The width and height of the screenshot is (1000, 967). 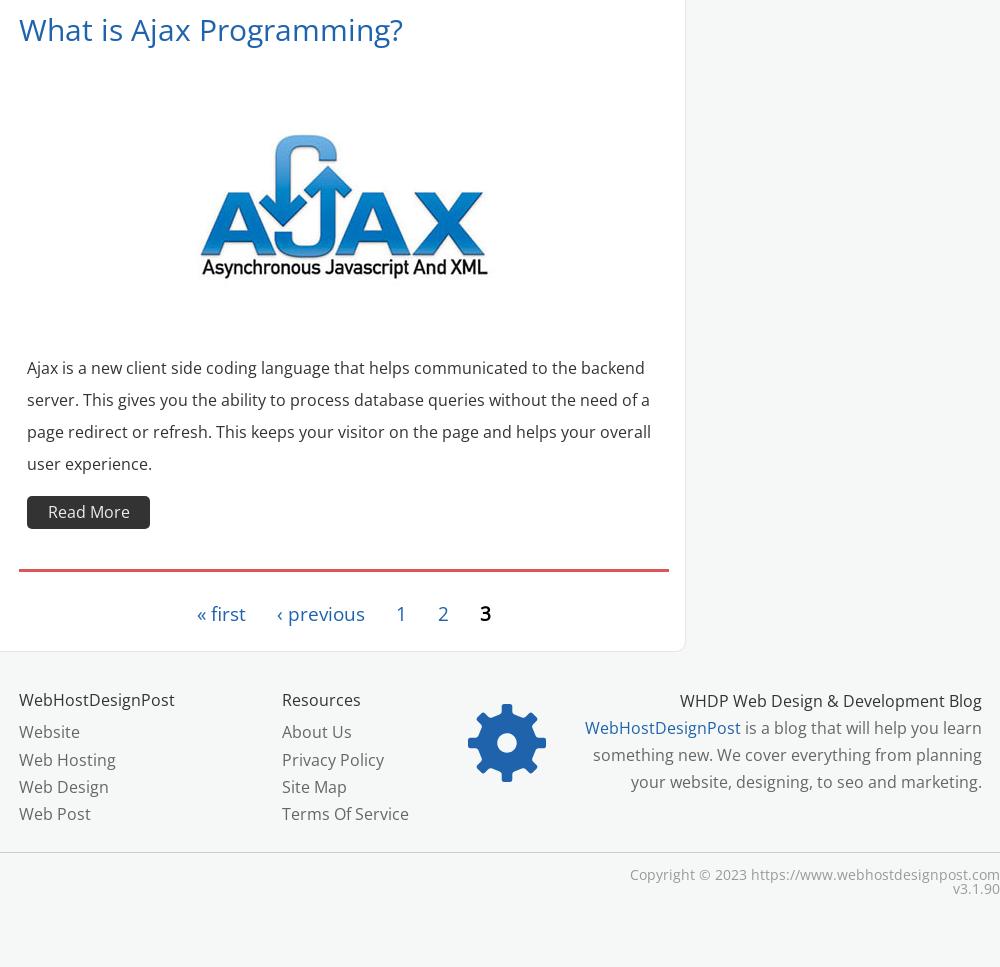 What do you see at coordinates (87, 511) in the screenshot?
I see `'Read More'` at bounding box center [87, 511].